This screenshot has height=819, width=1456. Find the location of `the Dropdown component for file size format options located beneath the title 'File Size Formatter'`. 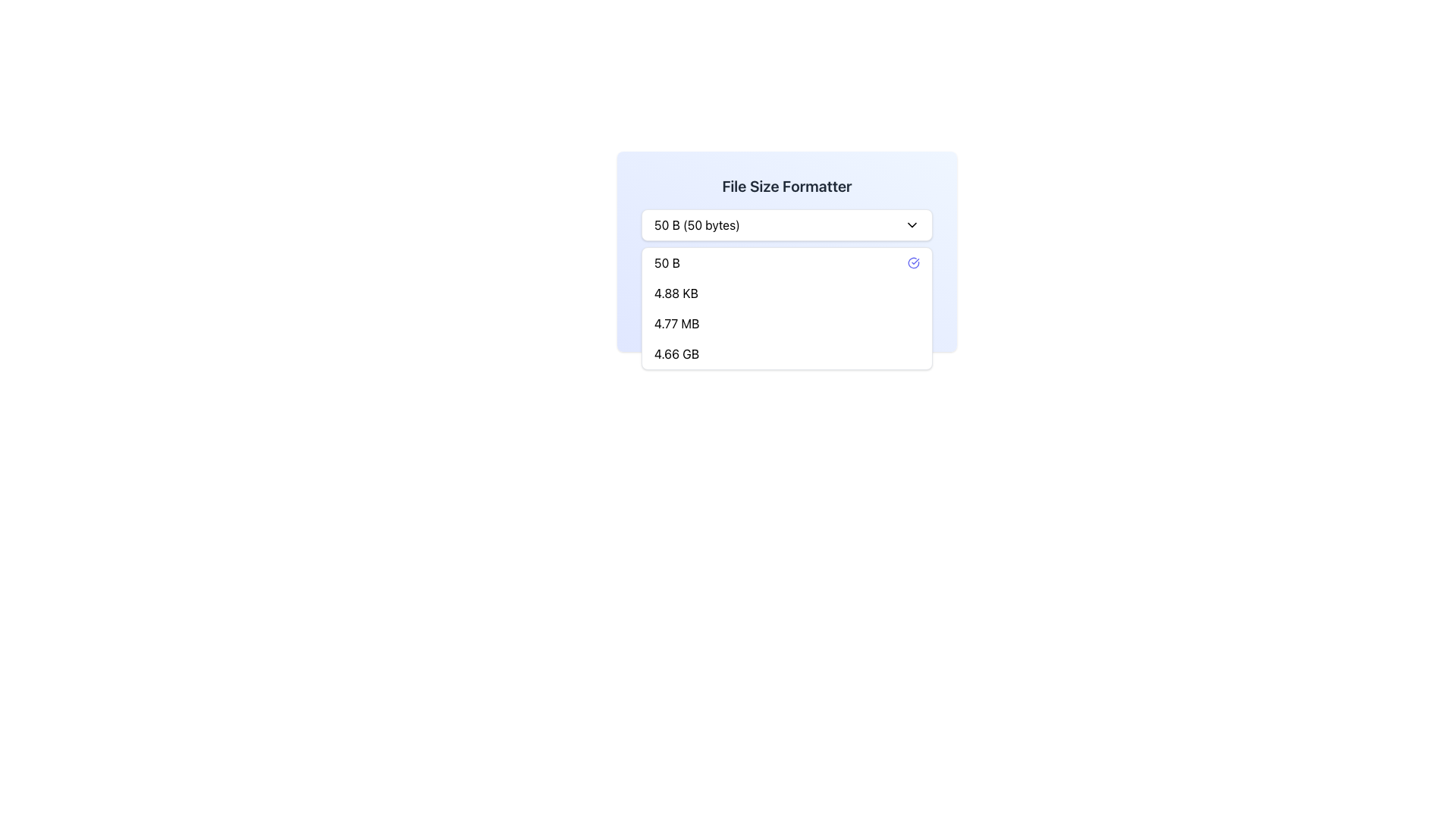

the Dropdown component for file size format options located beneath the title 'File Size Formatter' is located at coordinates (786, 250).